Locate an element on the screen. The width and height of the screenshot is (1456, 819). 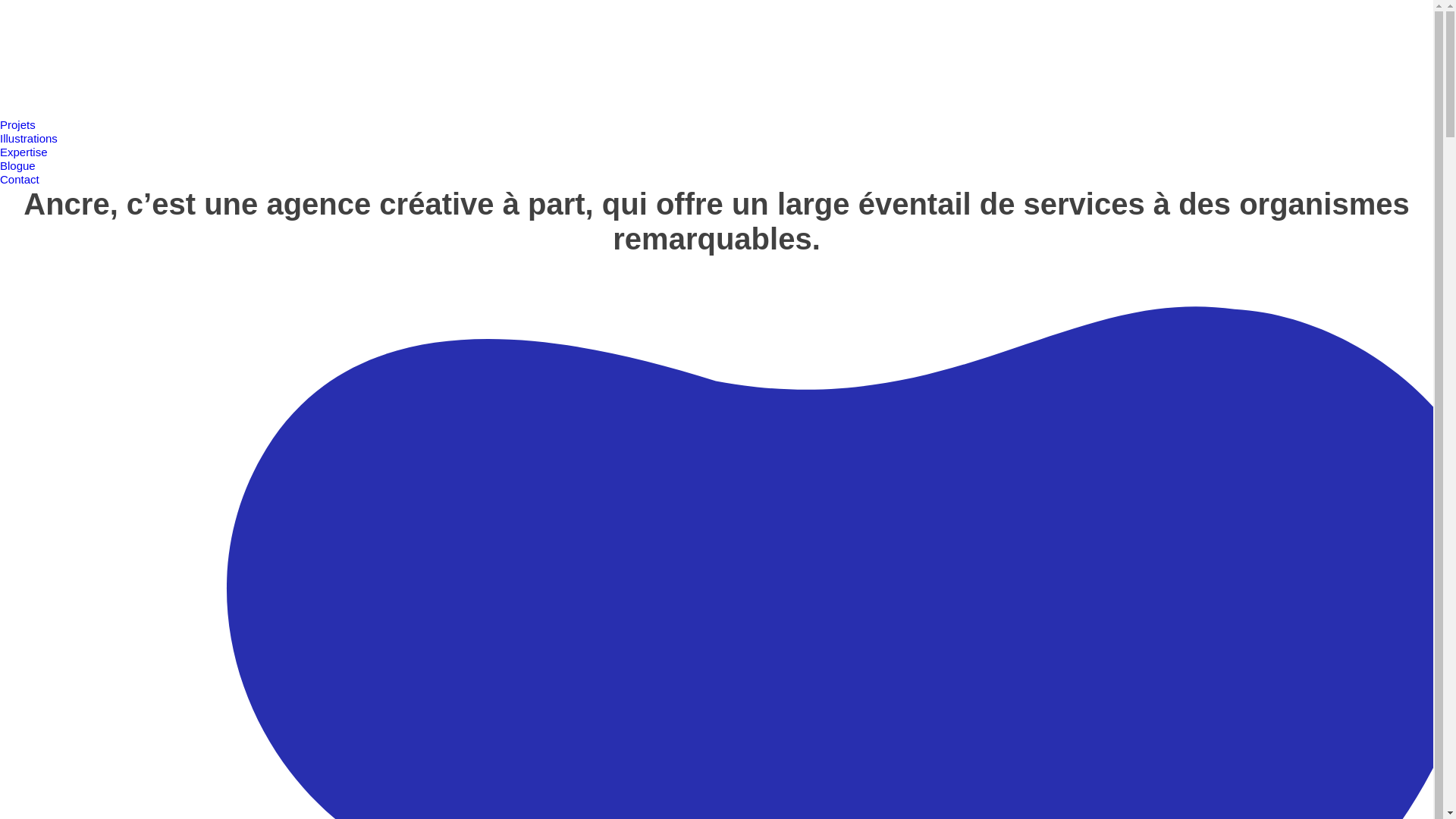
'Illustrations' is located at coordinates (29, 138).